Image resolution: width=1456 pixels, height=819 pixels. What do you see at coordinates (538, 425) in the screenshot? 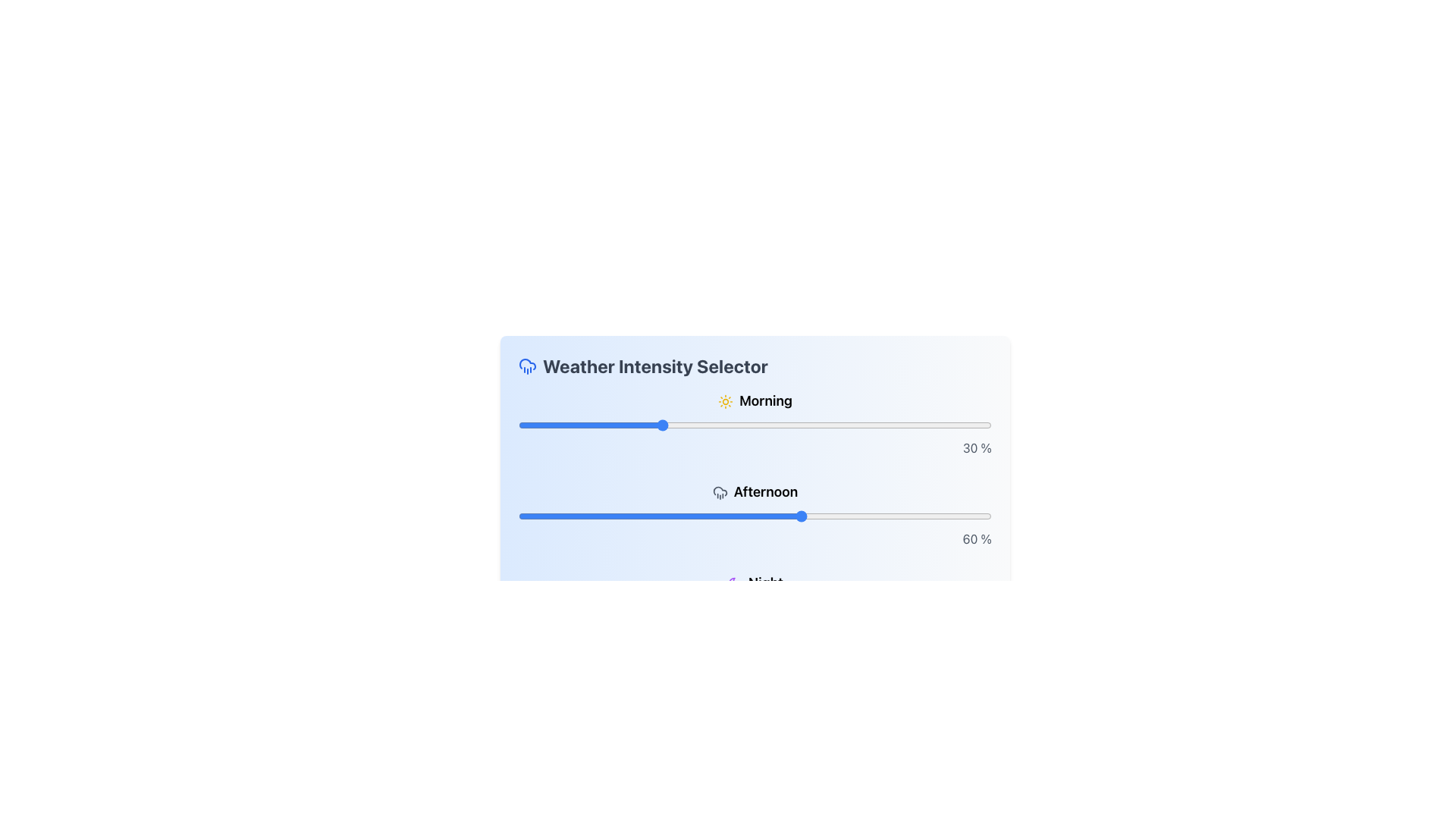
I see `the morning weather intensity` at bounding box center [538, 425].